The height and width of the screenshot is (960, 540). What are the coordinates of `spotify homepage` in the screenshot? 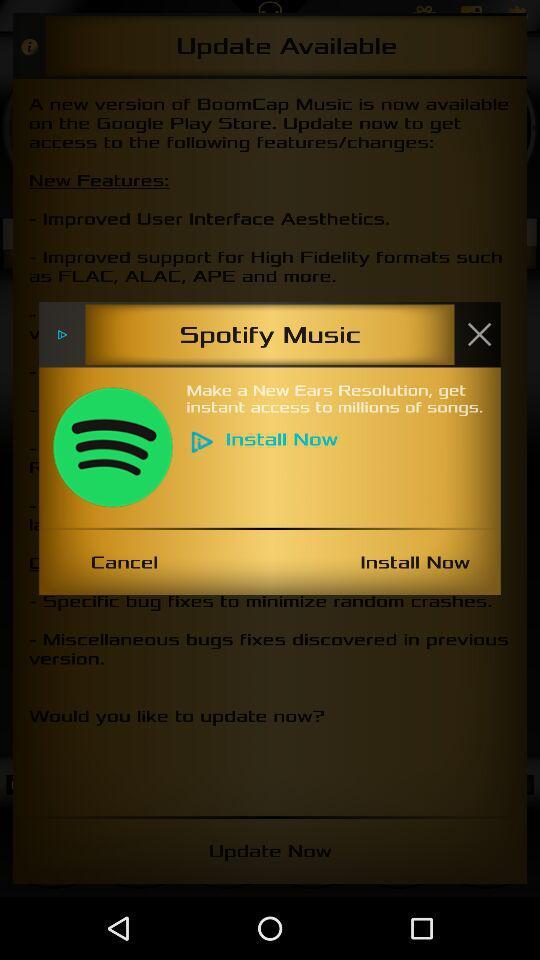 It's located at (112, 447).